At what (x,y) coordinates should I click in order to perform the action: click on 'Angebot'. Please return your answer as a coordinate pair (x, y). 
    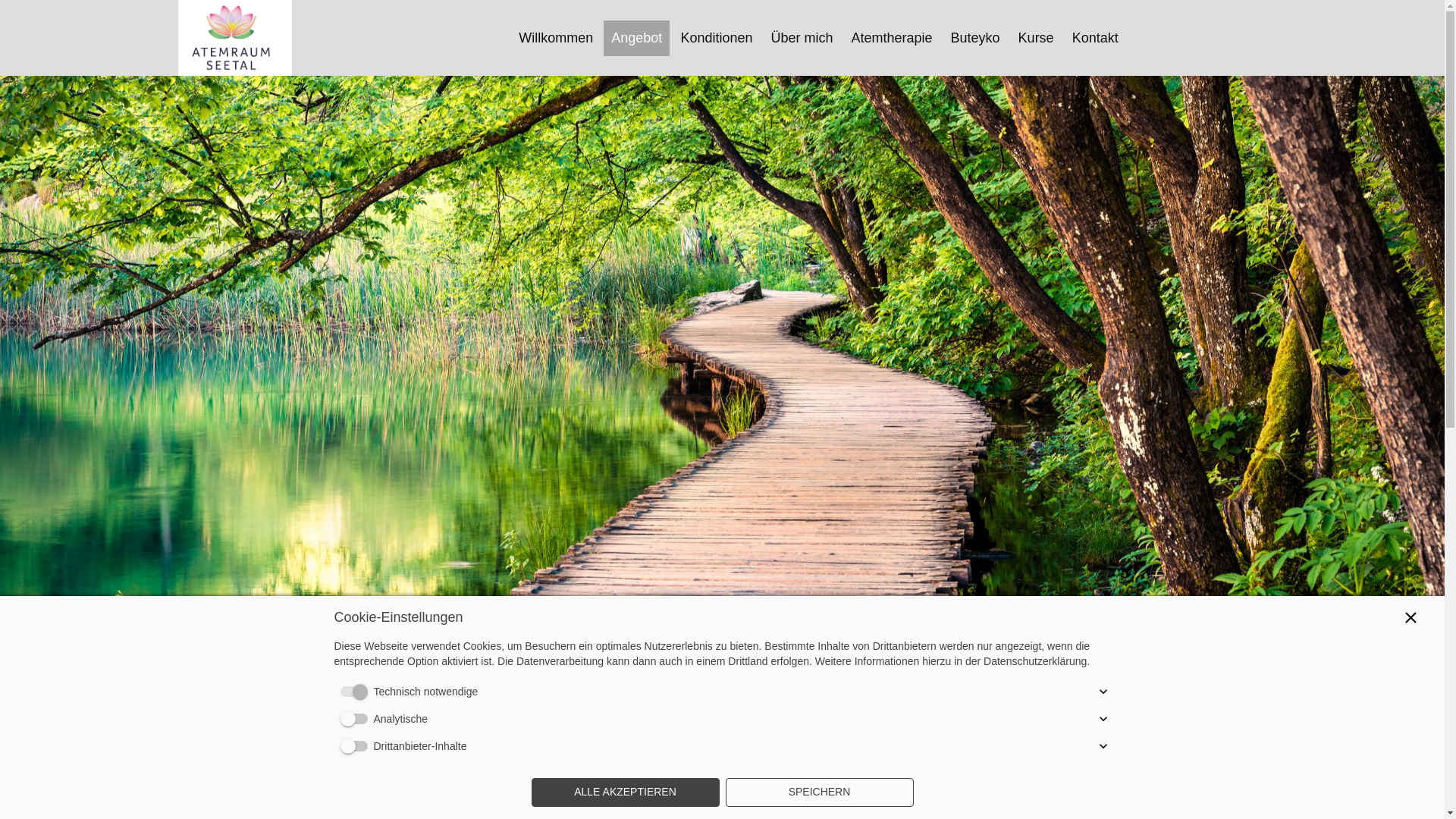
    Looking at the image, I should click on (611, 37).